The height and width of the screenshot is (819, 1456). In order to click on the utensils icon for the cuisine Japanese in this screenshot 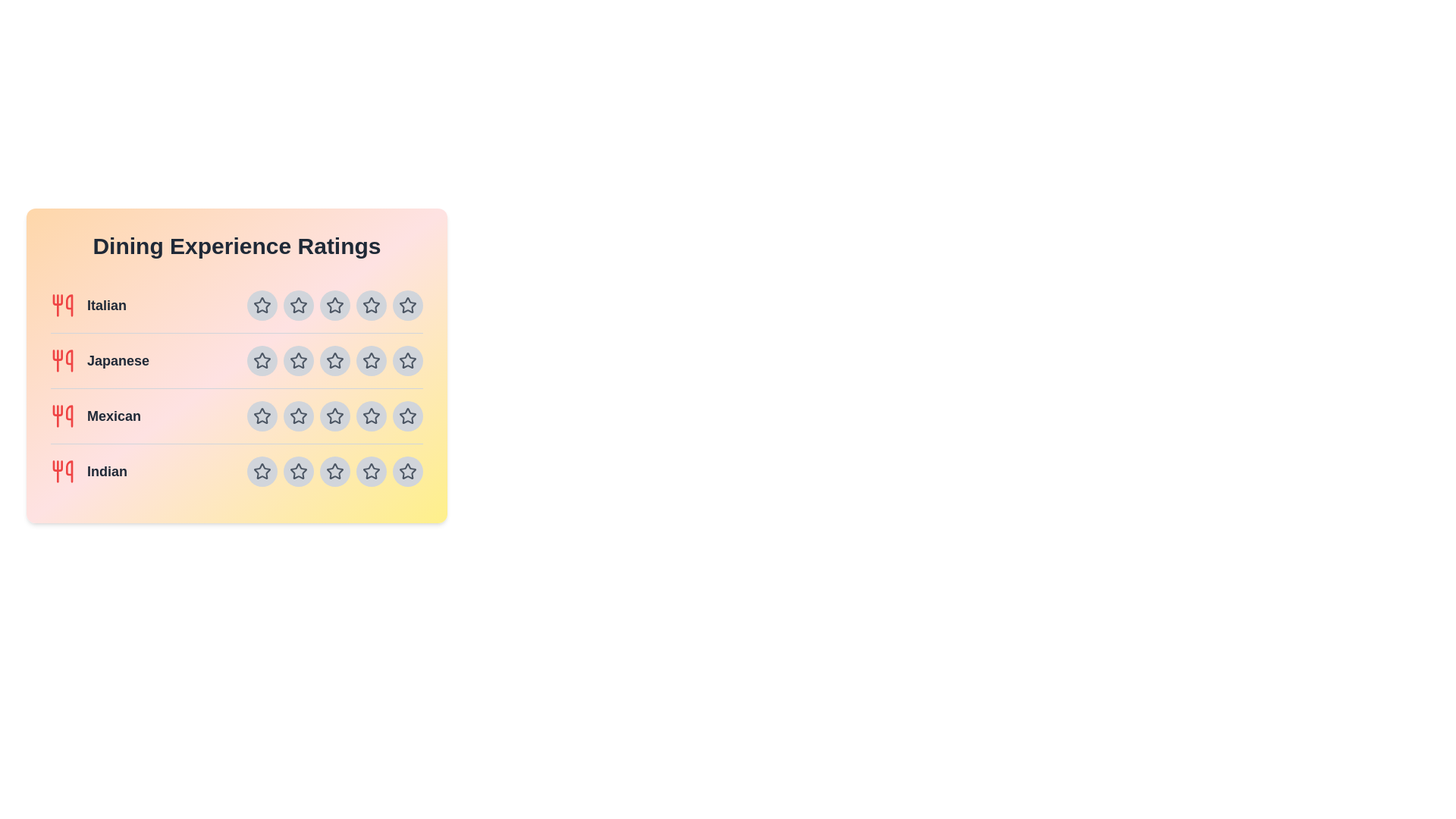, I will do `click(61, 360)`.